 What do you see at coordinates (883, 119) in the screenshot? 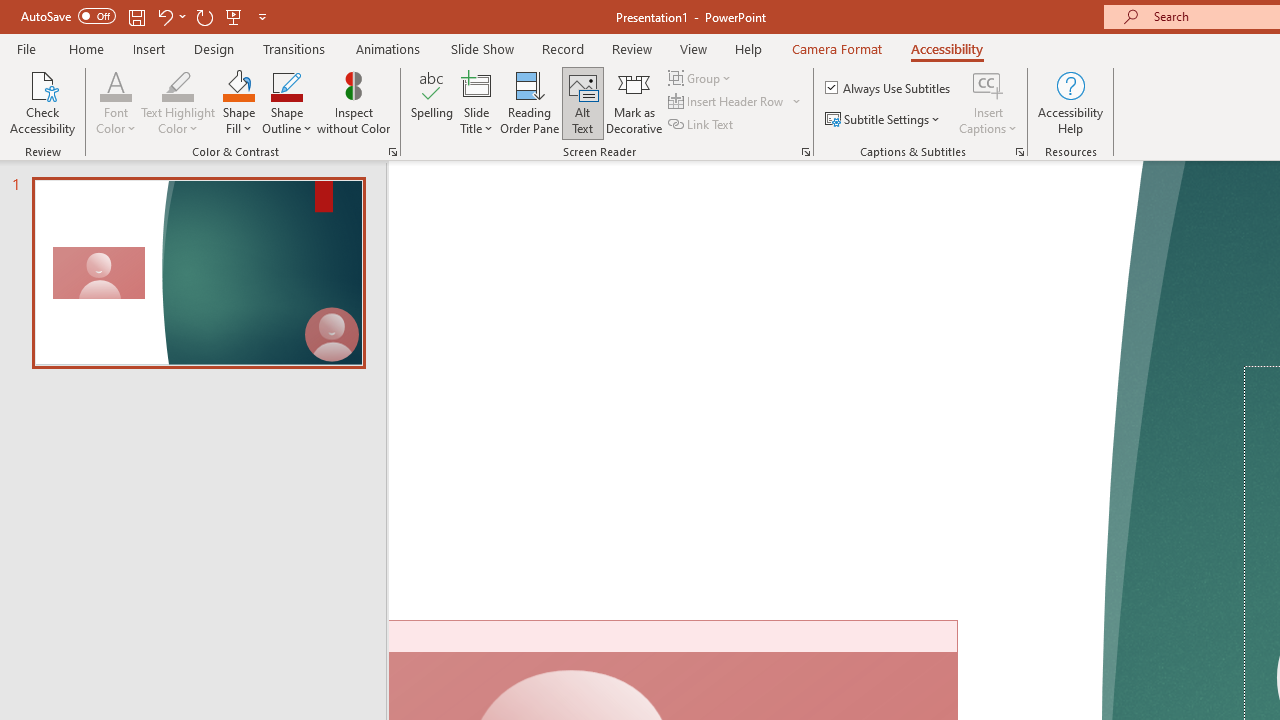
I see `'Subtitle Settings'` at bounding box center [883, 119].